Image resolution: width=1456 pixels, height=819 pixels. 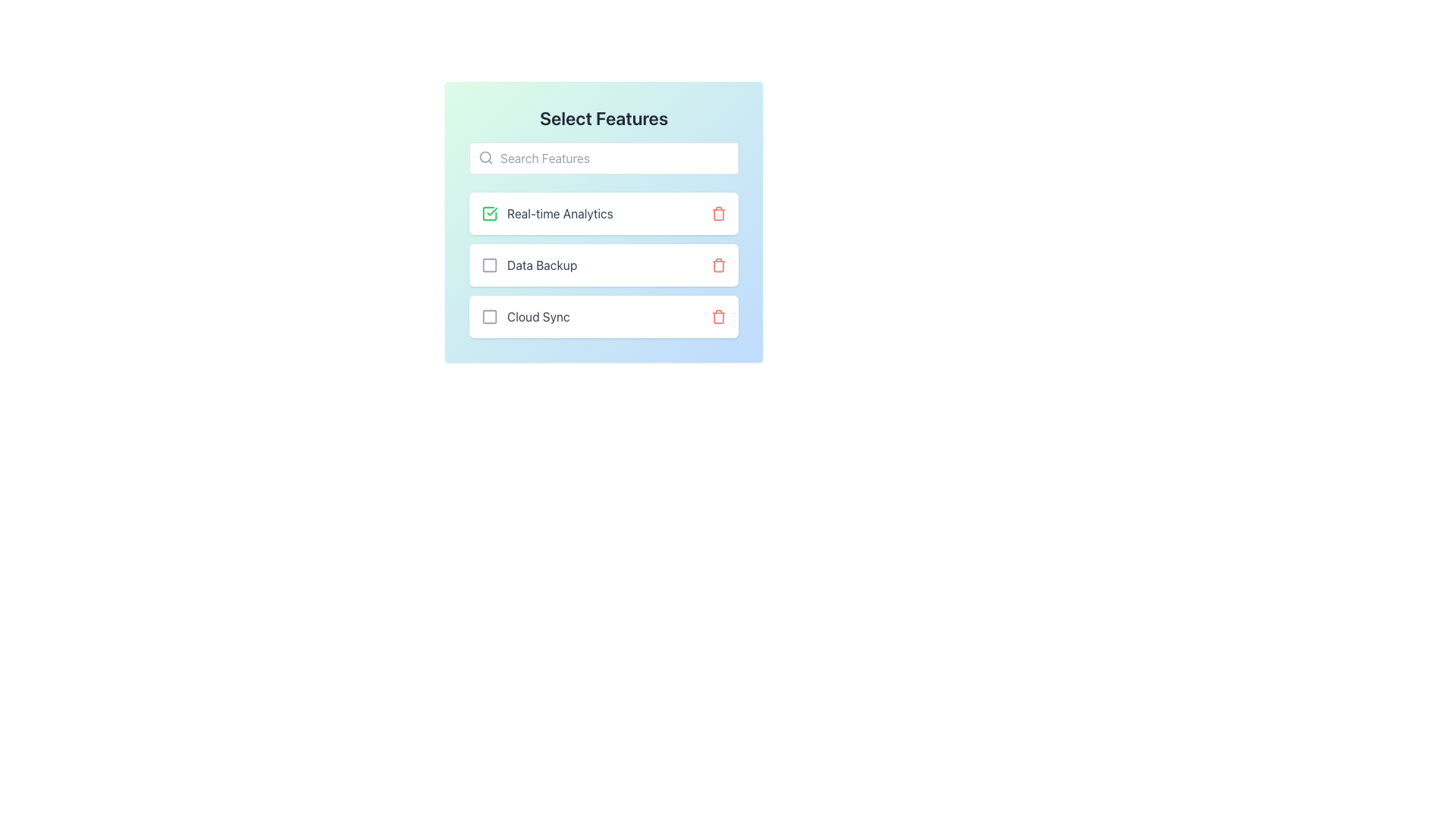 I want to click on the 'Data Backup' checkbox located below 'Real-time Analytics' in the 'Select Features' group, so click(x=529, y=265).